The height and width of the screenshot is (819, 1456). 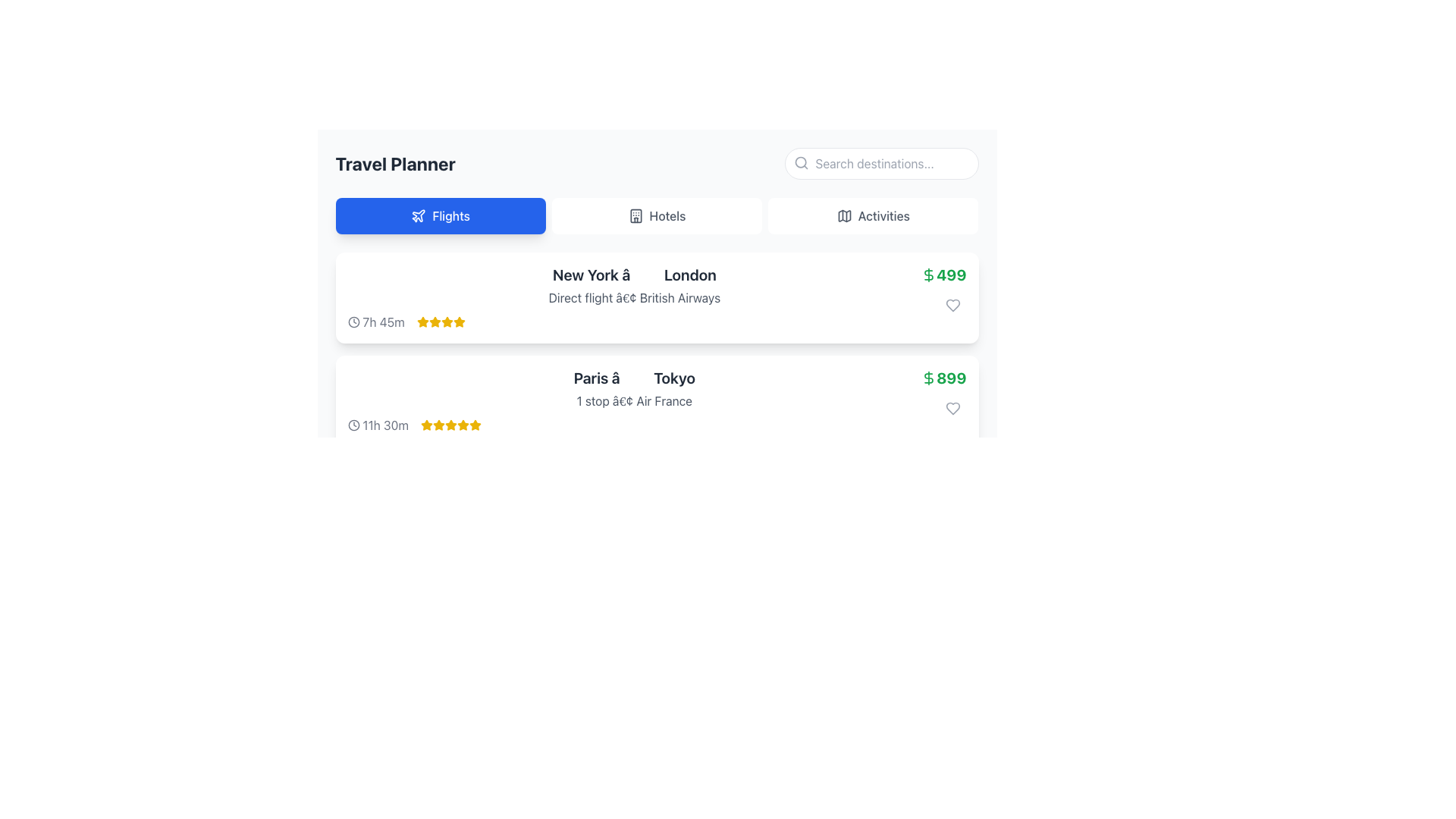 I want to click on the heart-shaped interactive icon with a gray outline, located in the bottom-right corner of the second itinerary card, so click(x=952, y=408).